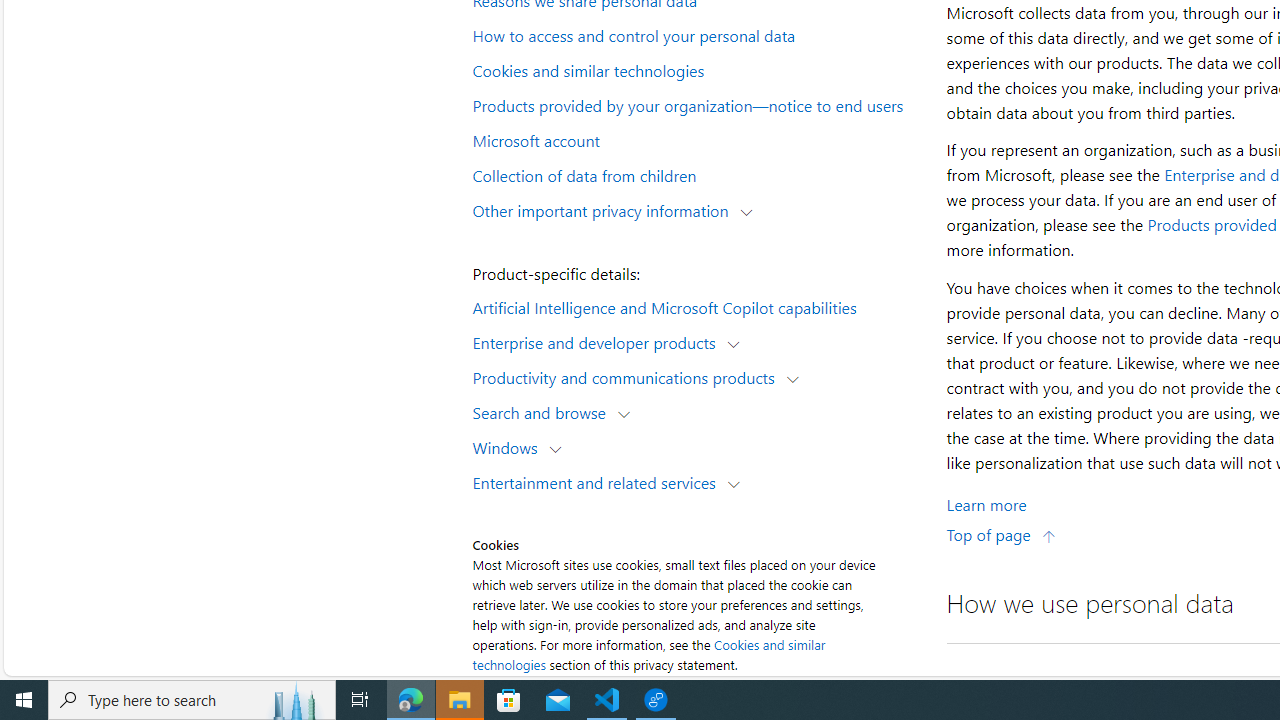  Describe the element at coordinates (696, 173) in the screenshot. I see `'Collection of data from children'` at that location.